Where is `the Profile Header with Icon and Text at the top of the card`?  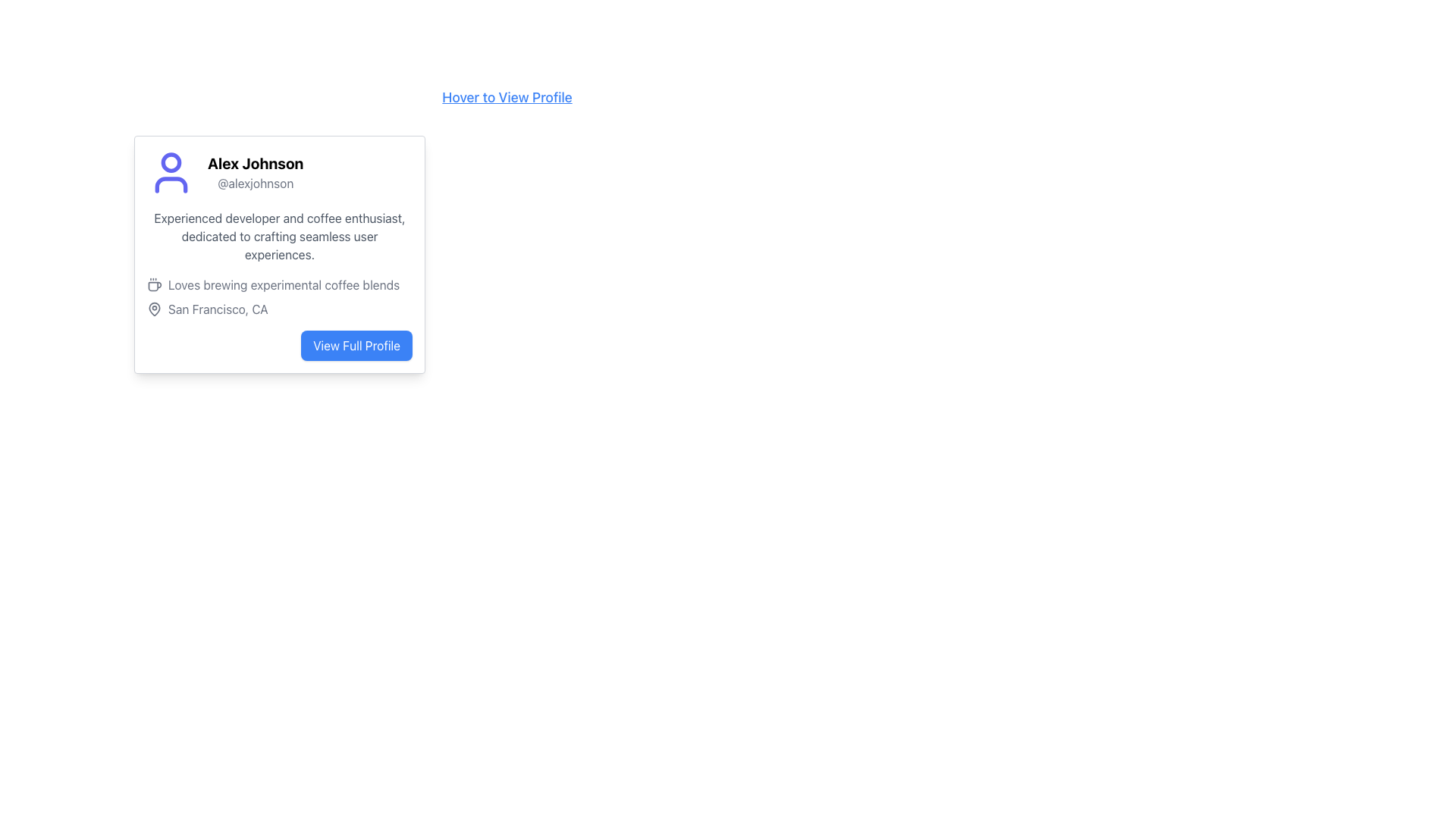 the Profile Header with Icon and Text at the top of the card is located at coordinates (280, 171).